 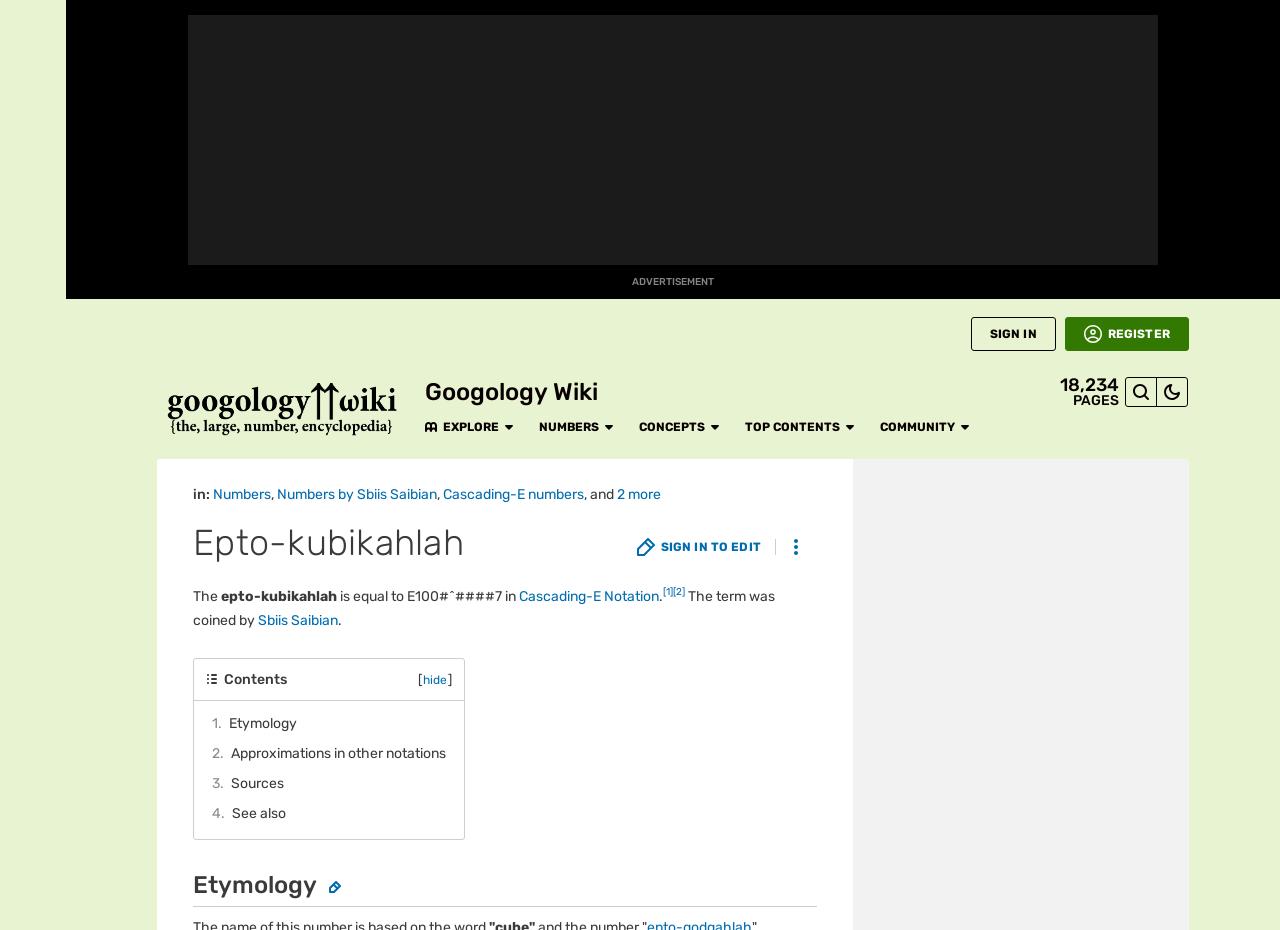 What do you see at coordinates (401, 203) in the screenshot?
I see `'Godgathor — Godtothol'` at bounding box center [401, 203].